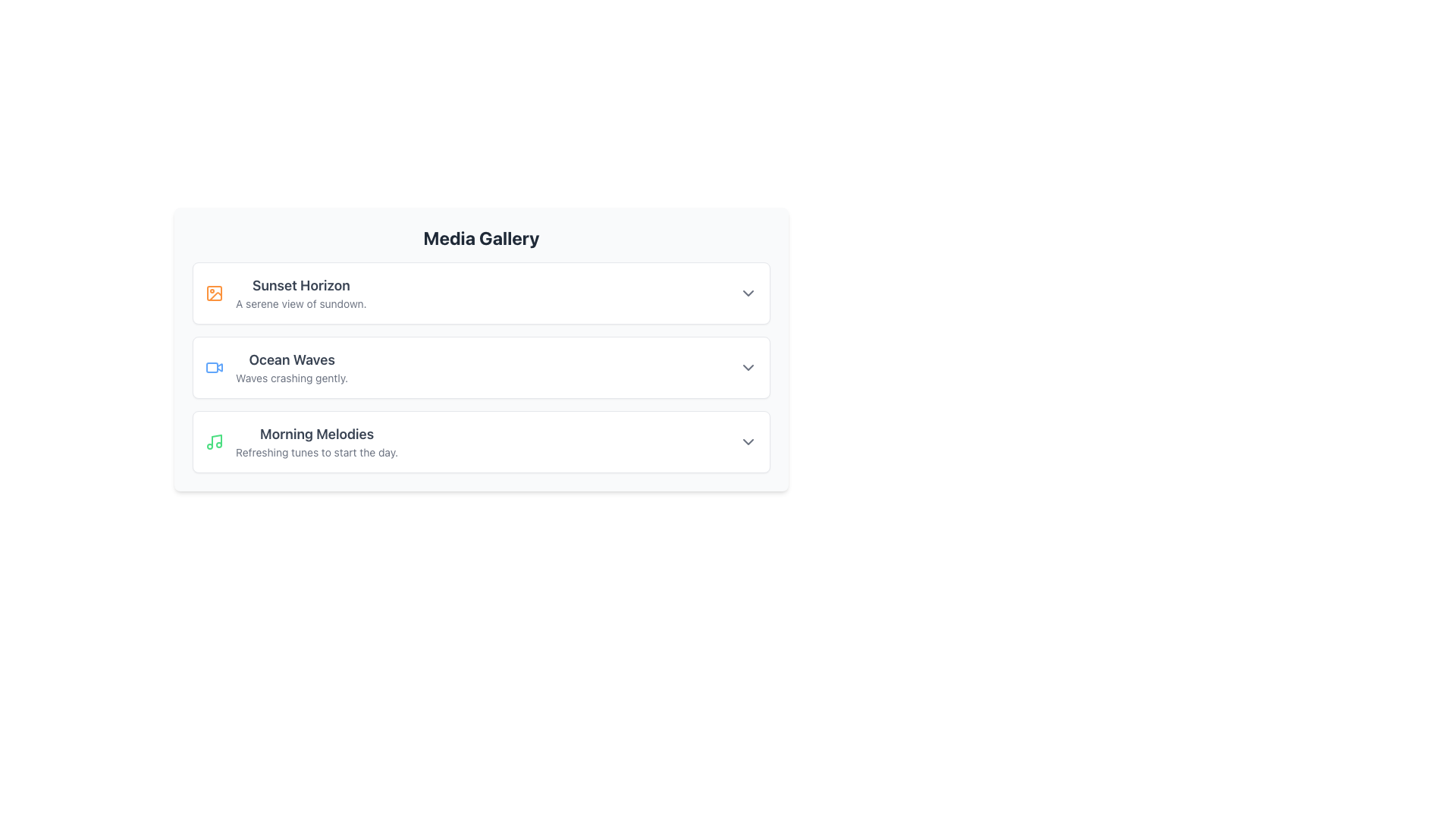 This screenshot has height=819, width=1456. I want to click on the dropdown toggle button located on the far-right side of the 'Ocean Waves' row, so click(748, 368).